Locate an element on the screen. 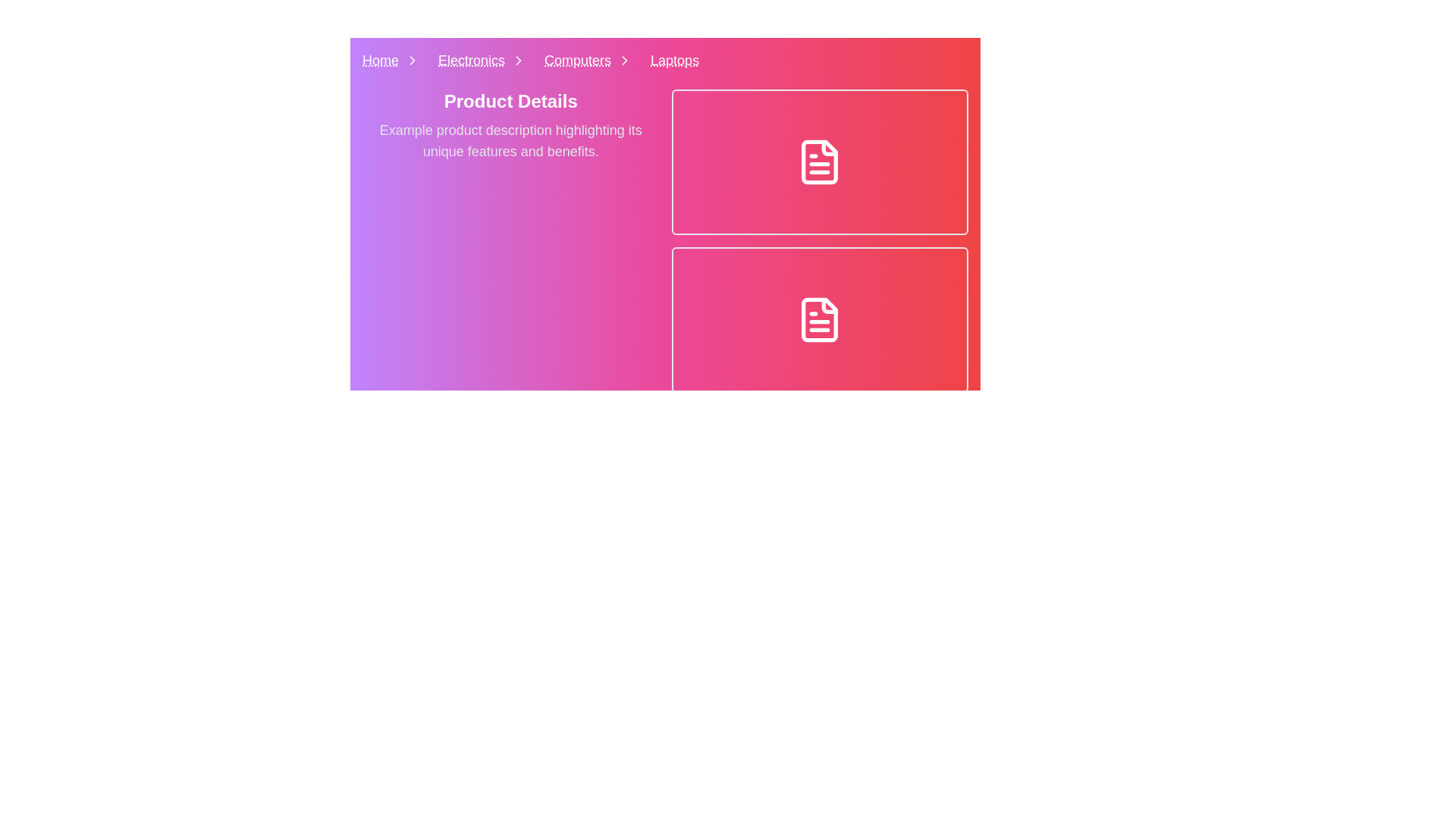  the document symbol icon located within the upper rectangle on the center-right of the interface is located at coordinates (819, 162).